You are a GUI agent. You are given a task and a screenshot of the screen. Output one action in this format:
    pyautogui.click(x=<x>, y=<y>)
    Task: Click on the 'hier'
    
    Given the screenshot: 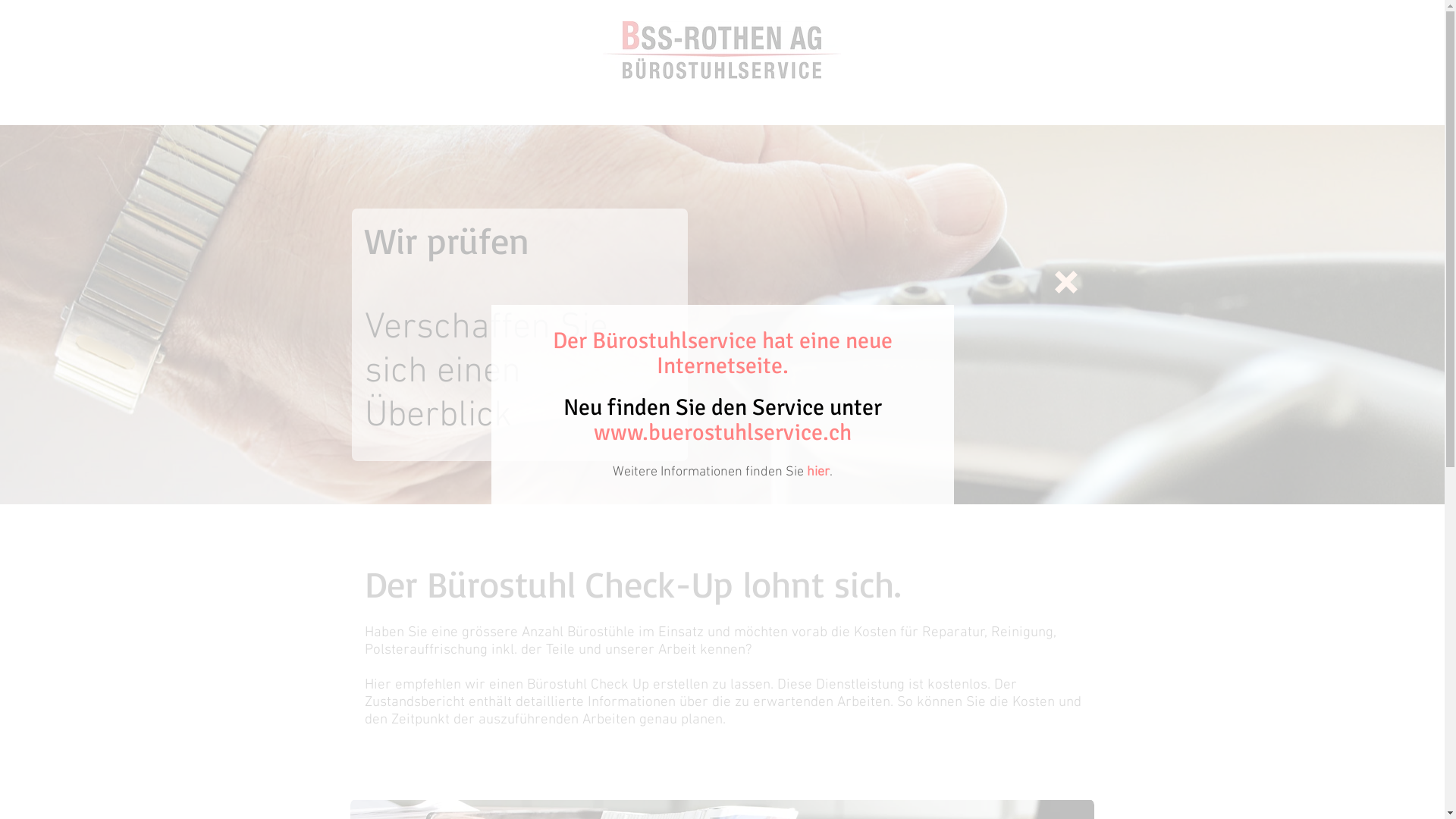 What is the action you would take?
    pyautogui.click(x=817, y=471)
    